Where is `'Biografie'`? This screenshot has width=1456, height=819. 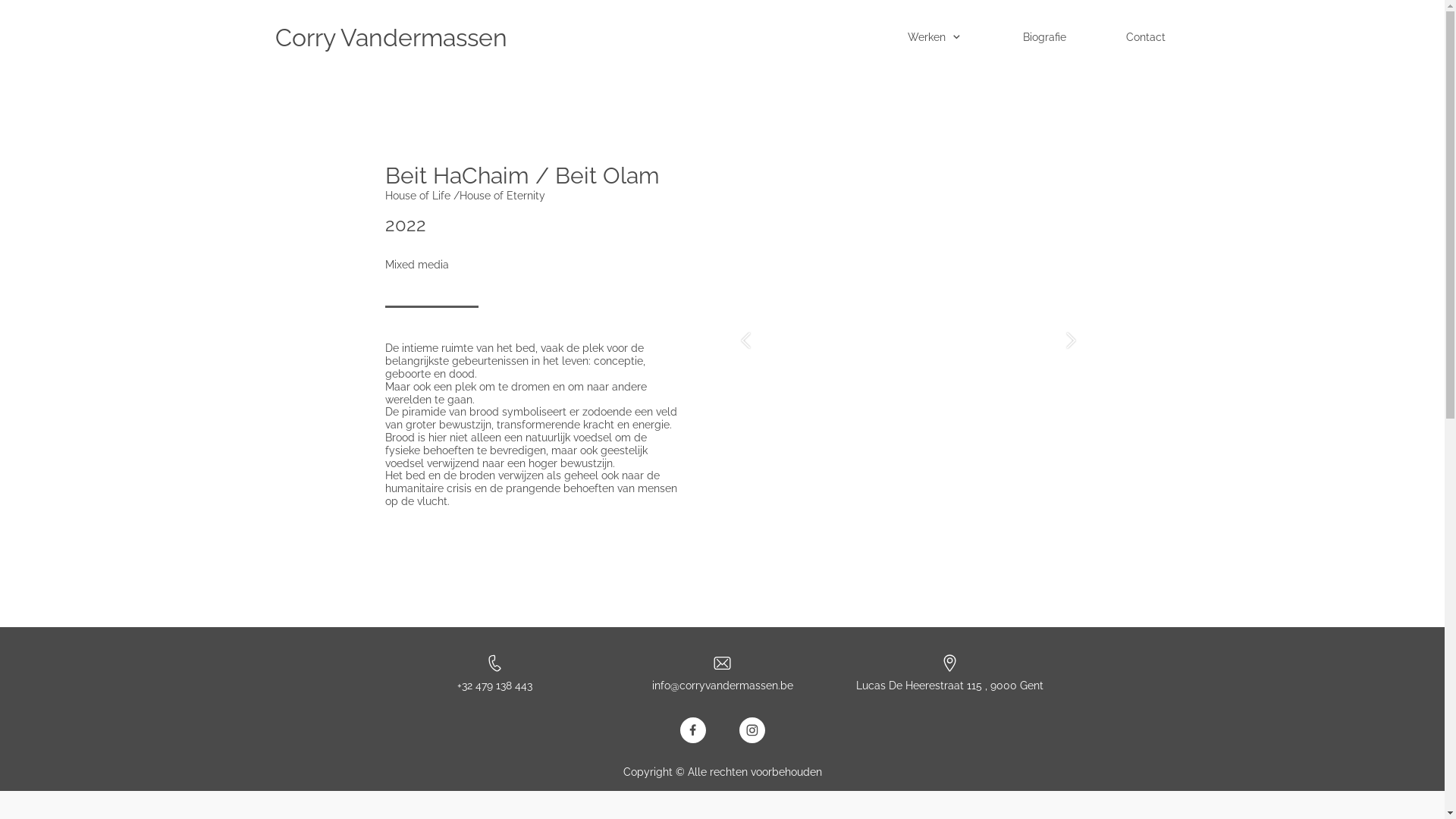
'Biografie' is located at coordinates (1051, 37).